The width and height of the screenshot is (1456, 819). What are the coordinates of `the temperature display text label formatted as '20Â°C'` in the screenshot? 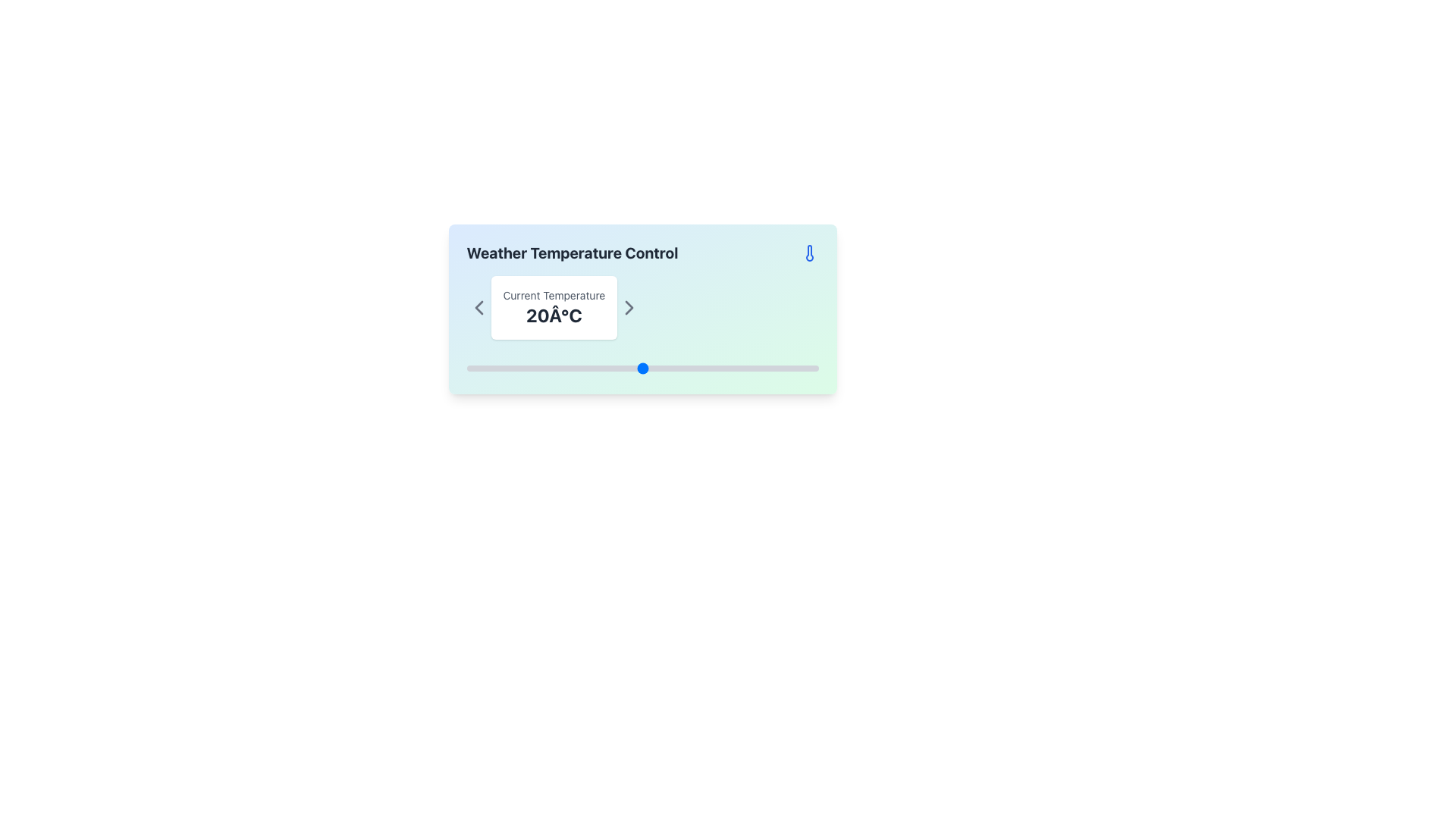 It's located at (553, 315).